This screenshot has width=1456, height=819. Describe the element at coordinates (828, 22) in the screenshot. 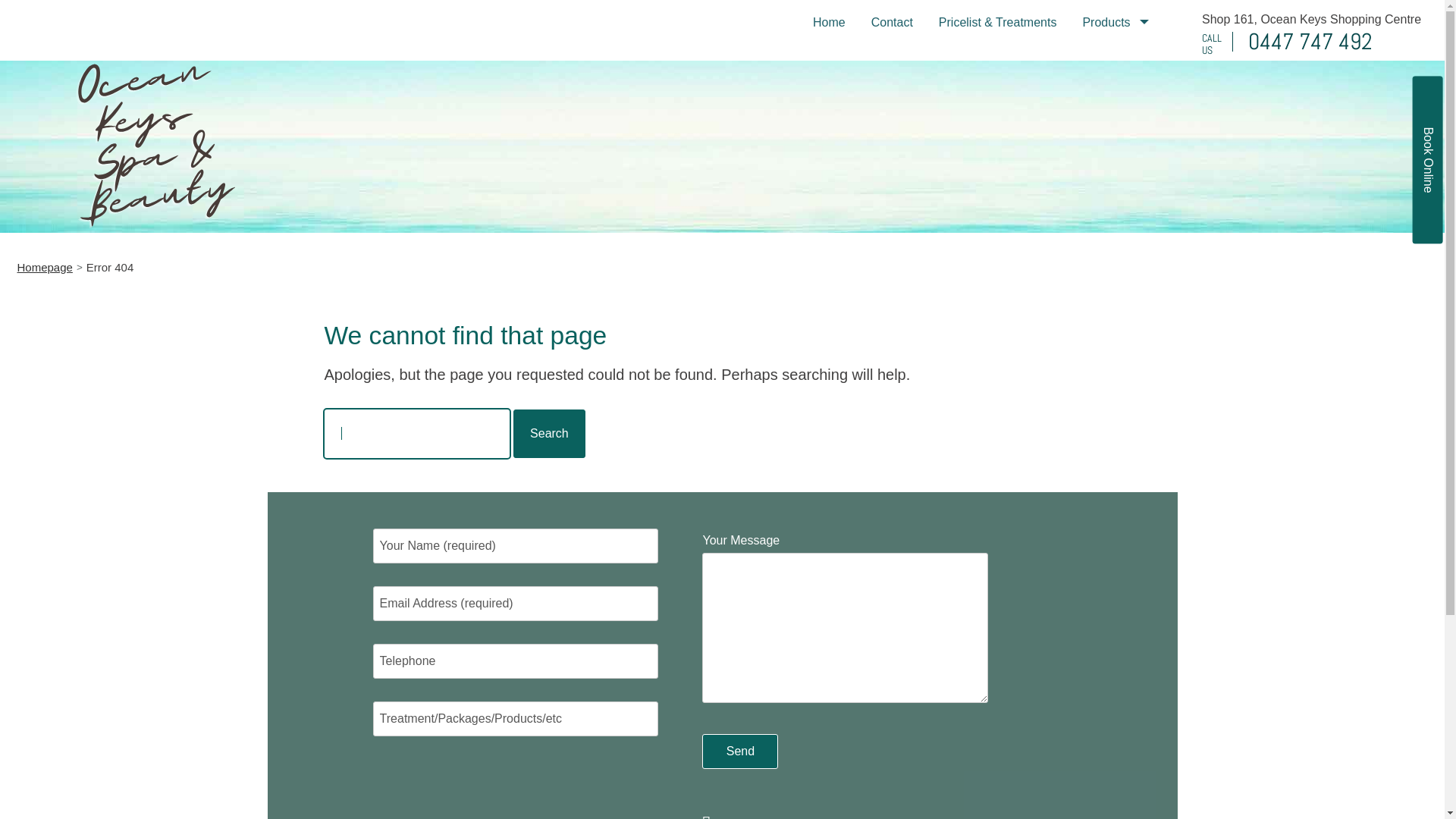

I see `'Home'` at that location.